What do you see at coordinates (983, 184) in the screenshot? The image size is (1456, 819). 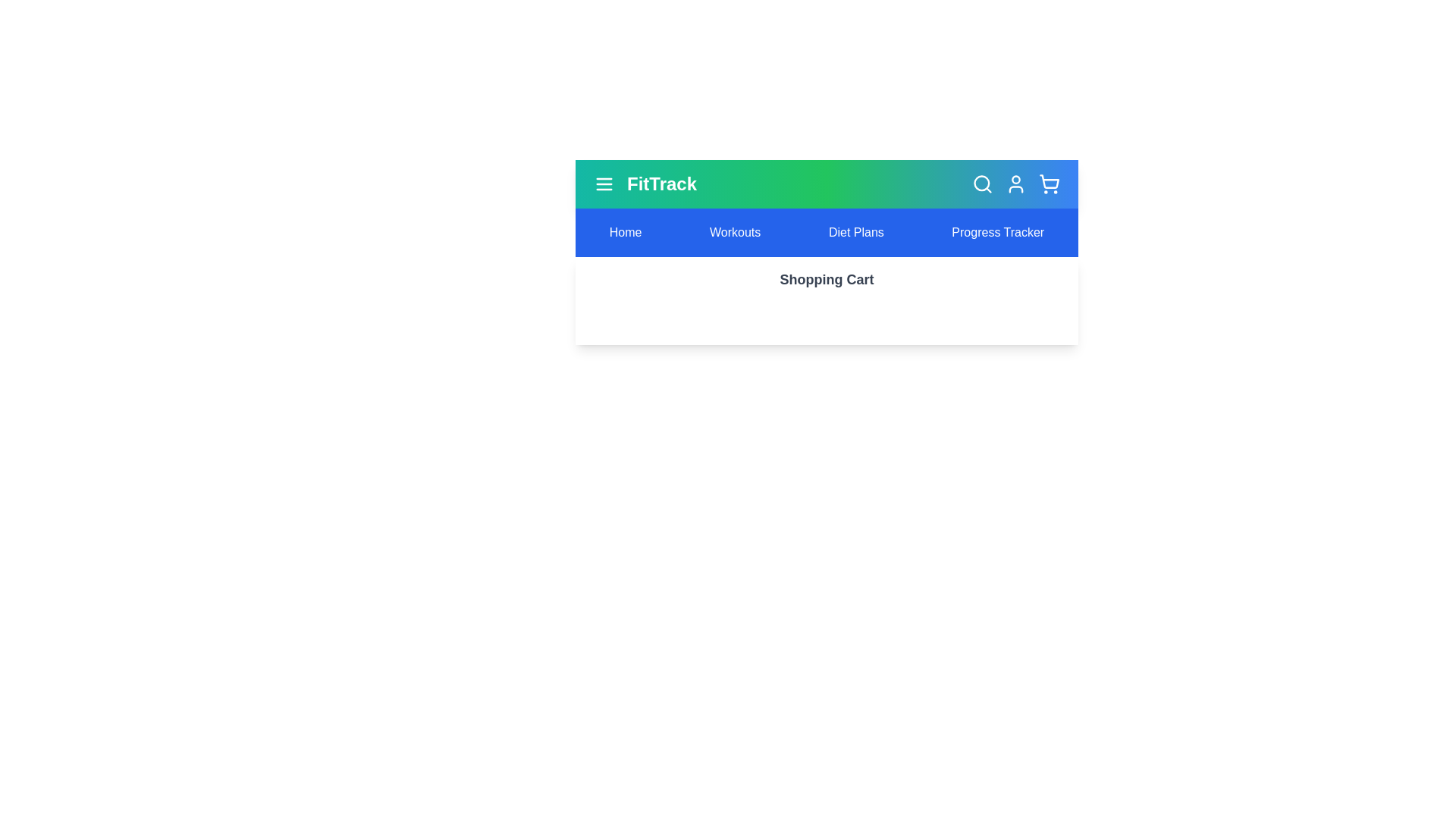 I see `the search icon to initiate a search` at bounding box center [983, 184].